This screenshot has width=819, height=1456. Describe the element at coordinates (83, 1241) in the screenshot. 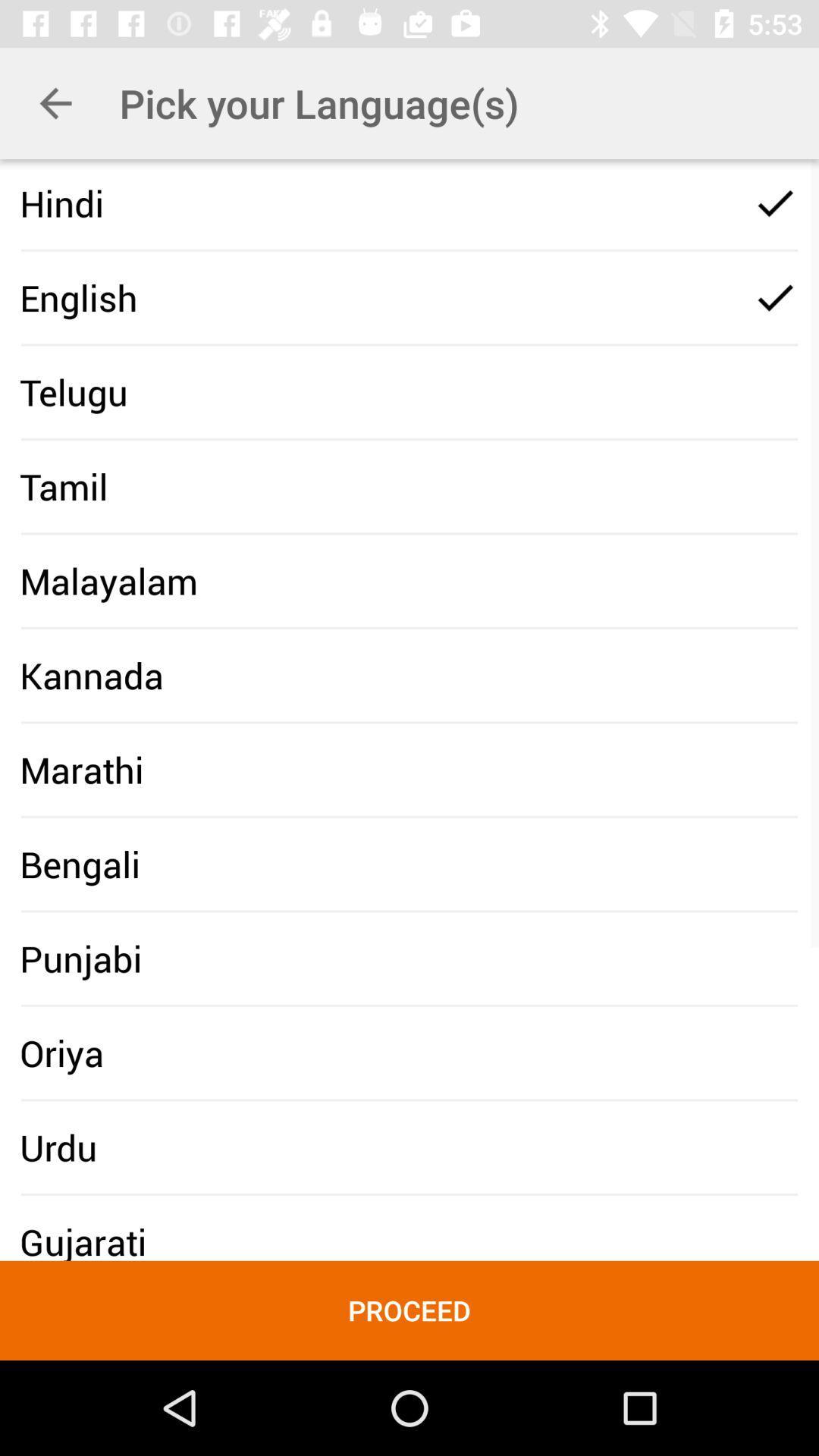

I see `gujarati item` at that location.